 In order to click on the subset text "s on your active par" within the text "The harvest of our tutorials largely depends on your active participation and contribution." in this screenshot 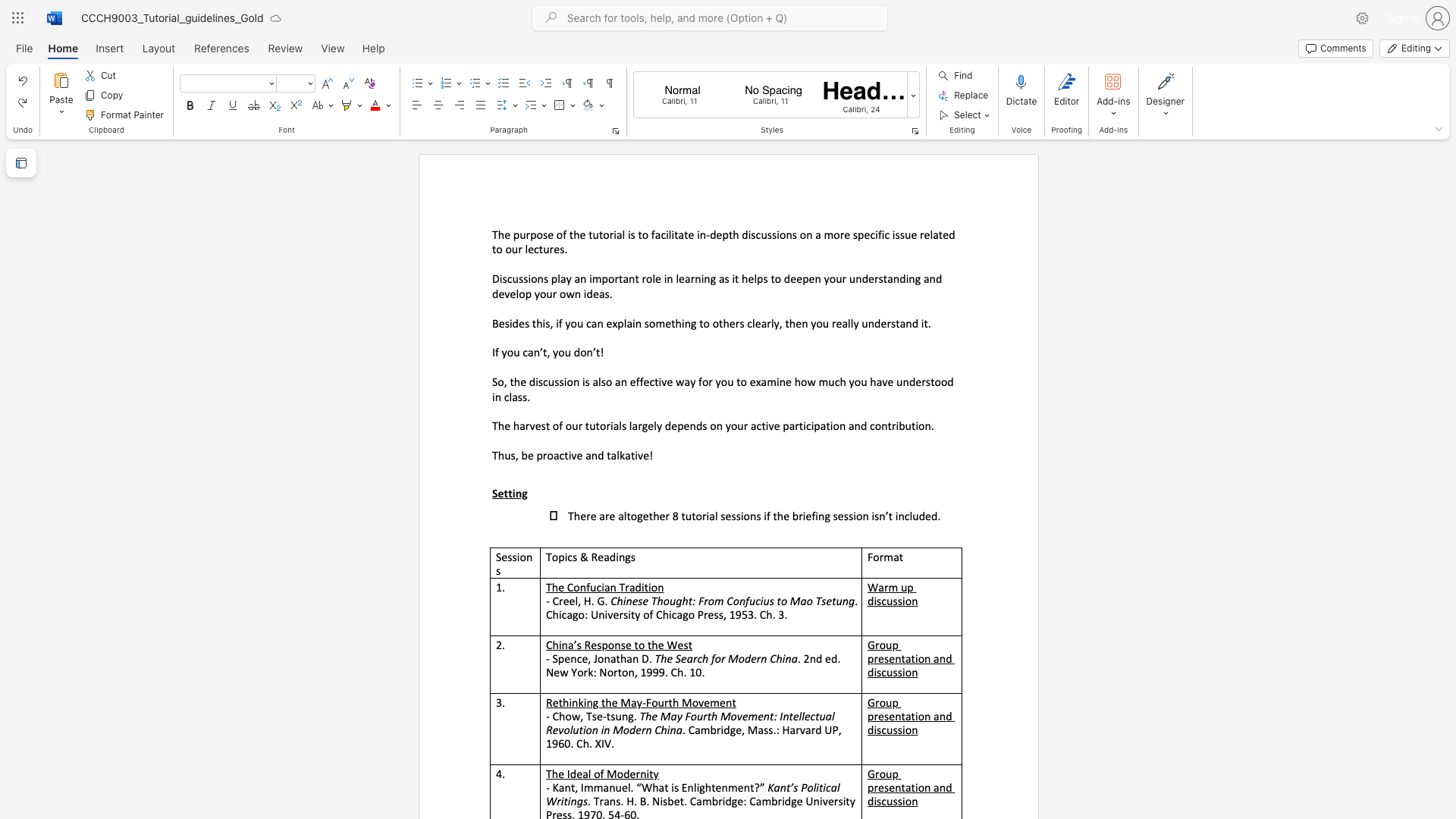, I will do `click(701, 426)`.